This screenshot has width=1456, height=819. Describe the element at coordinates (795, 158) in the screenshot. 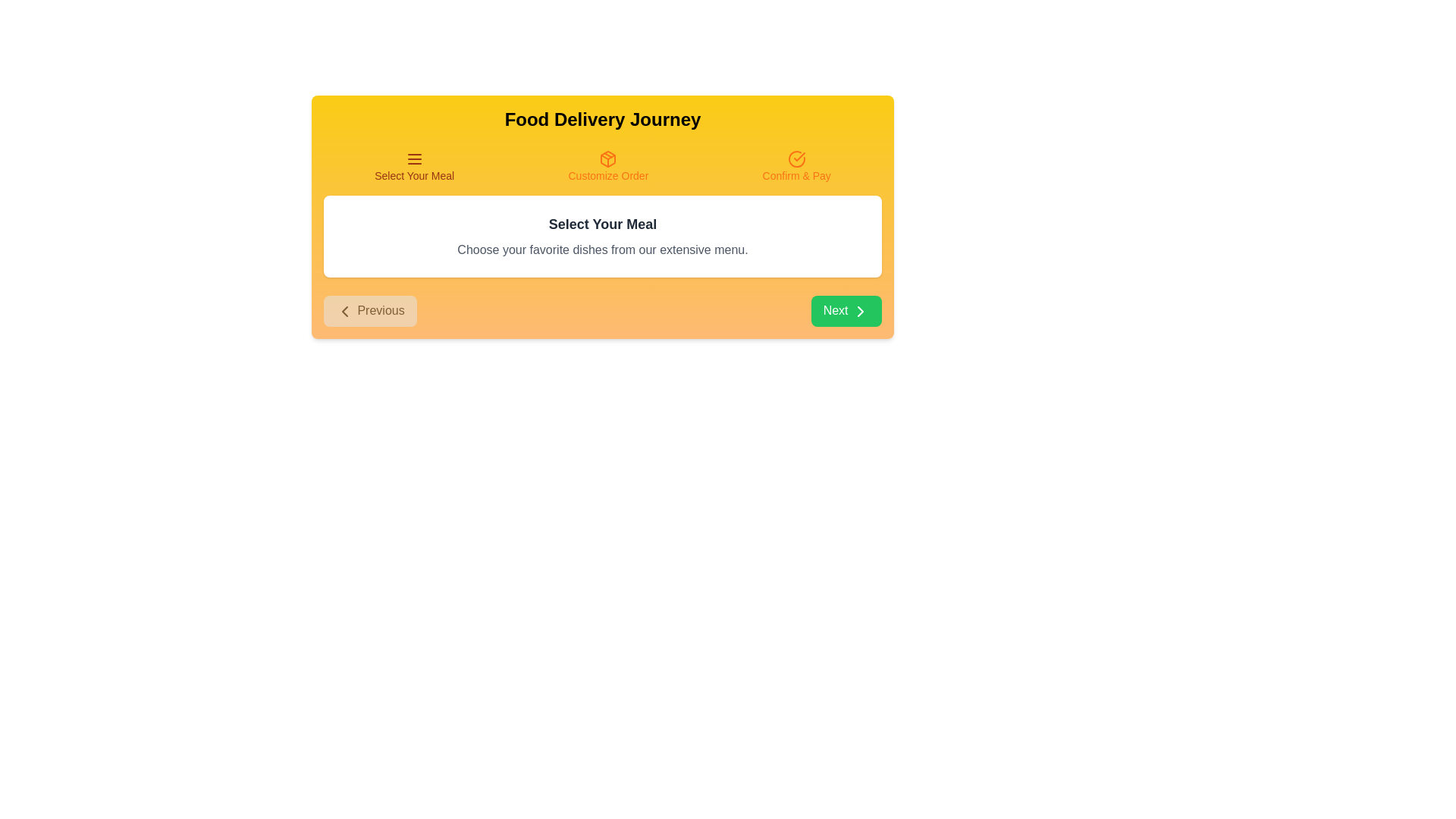

I see `the circular check icon with a tick mark located in the 'Confirm & Pay' section, positioned to the far right of the navigation bar` at that location.